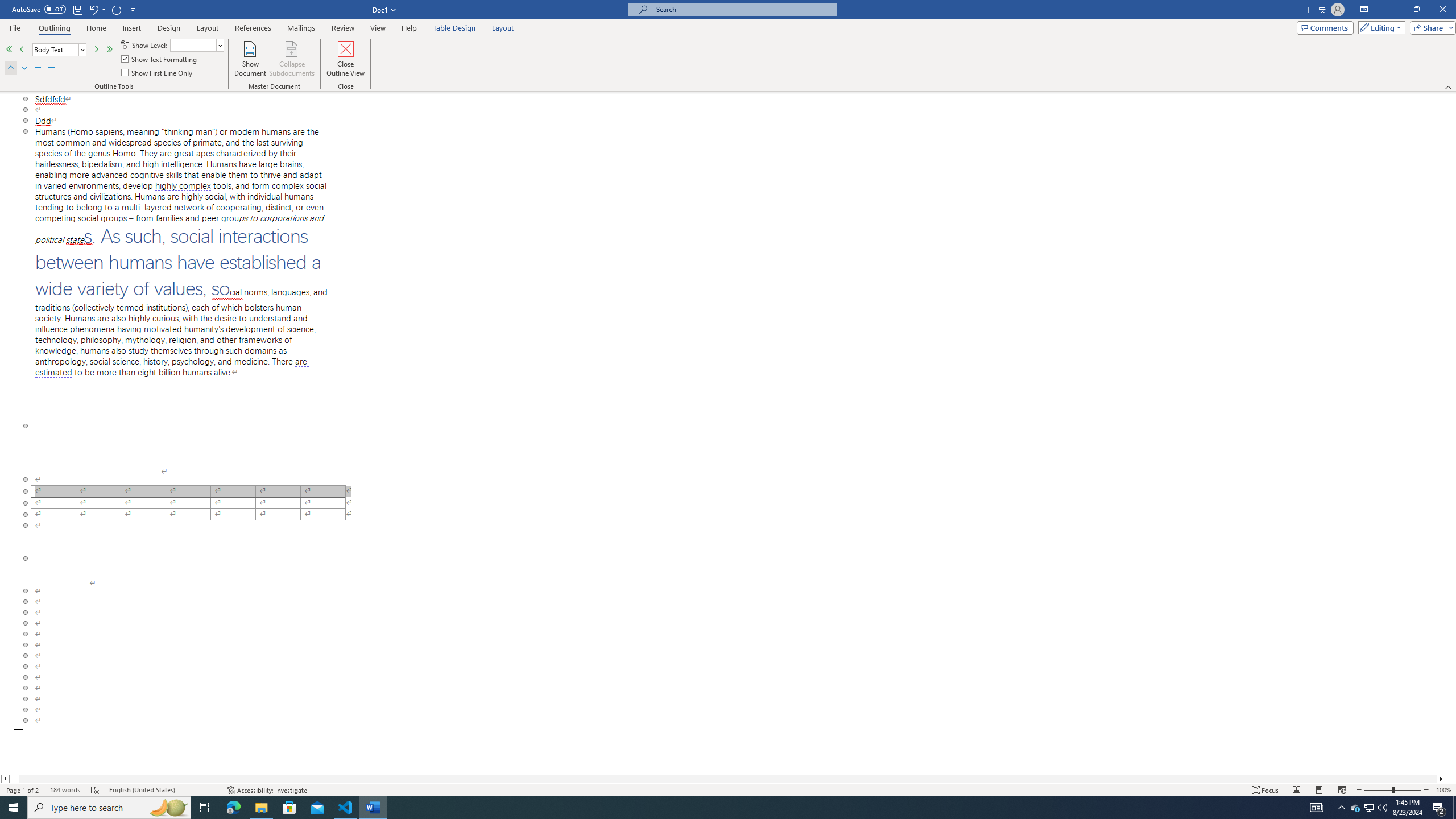 This screenshot has width=1456, height=819. I want to click on 'File Tab', so click(14, 27).